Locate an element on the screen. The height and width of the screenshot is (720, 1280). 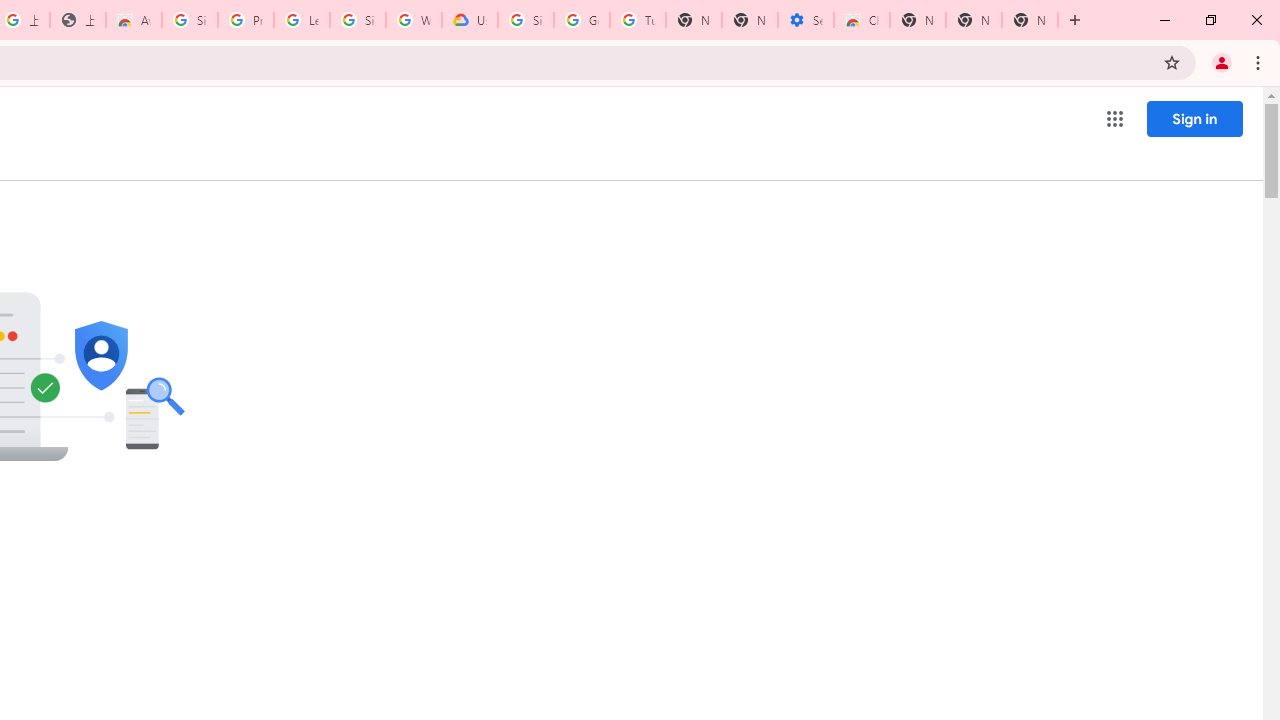
'Turn cookies on or off - Computer - Google Account Help' is located at coordinates (637, 20).